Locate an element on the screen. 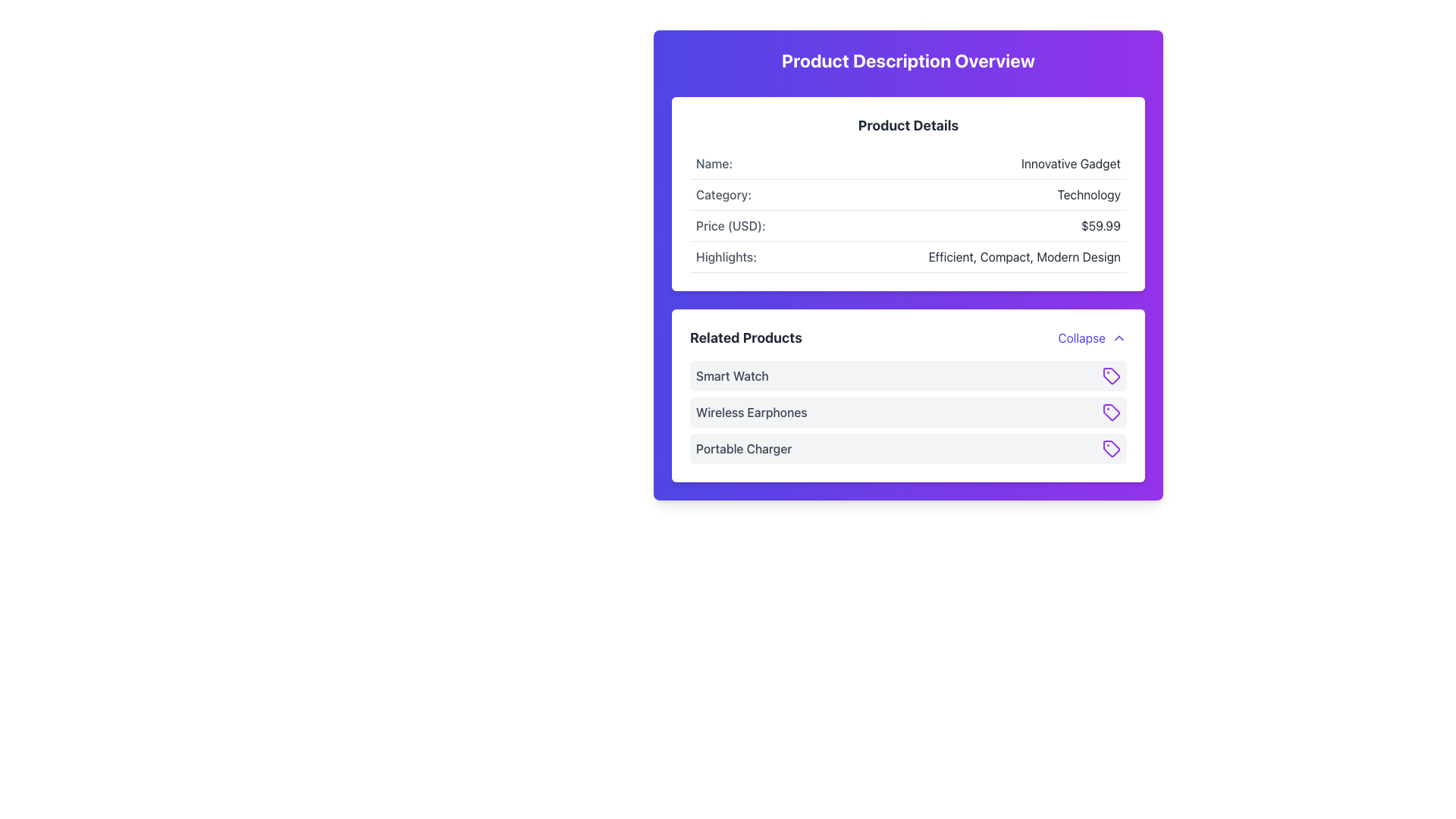  the text label displaying 'Wireless Earphones' in the second item slot of the 'Related Products' section, which is visually aligned with a grayish color and a rounded rectangle background is located at coordinates (752, 412).